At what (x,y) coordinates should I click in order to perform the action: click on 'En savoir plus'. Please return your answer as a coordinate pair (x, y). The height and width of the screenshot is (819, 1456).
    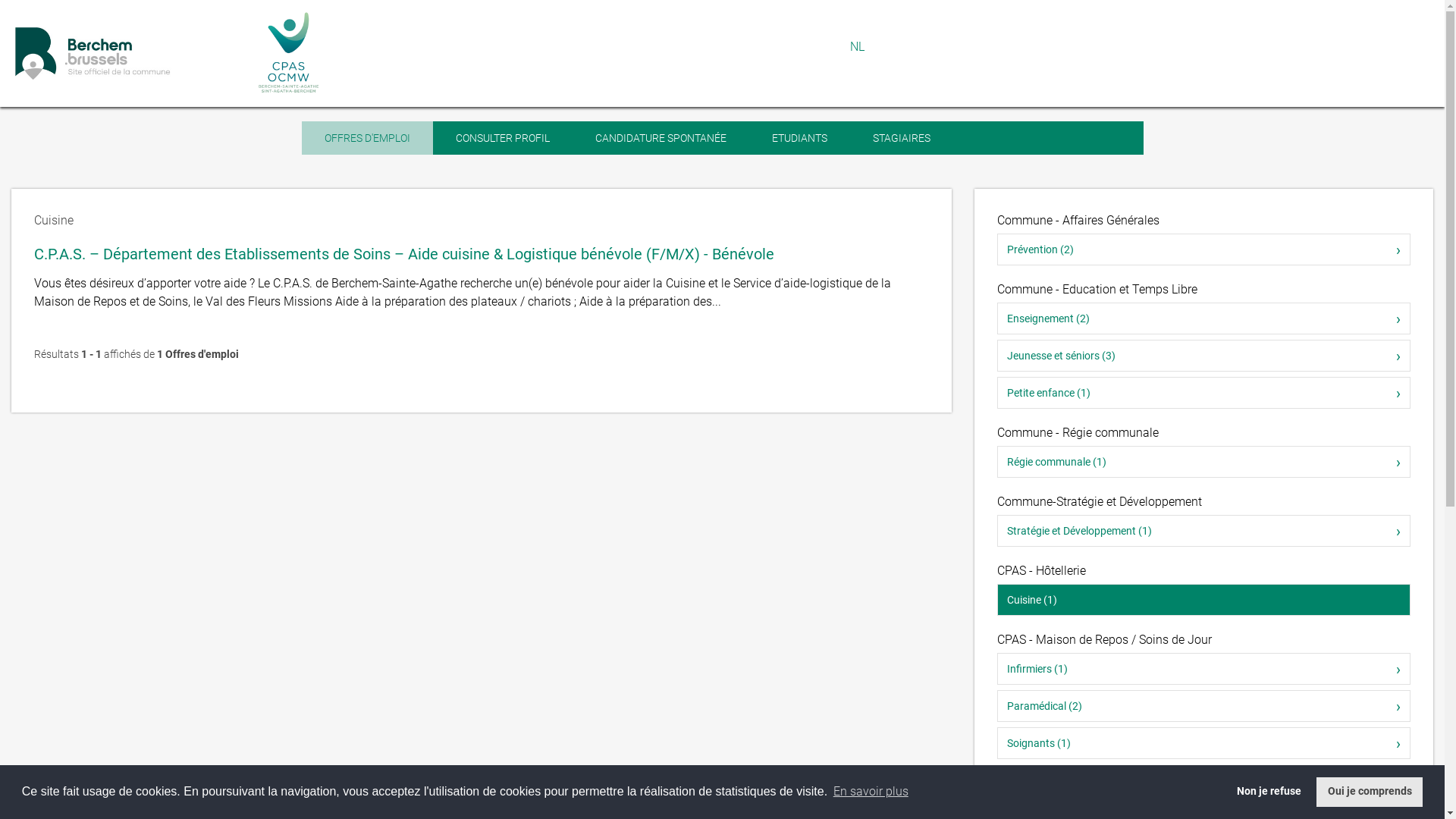
    Looking at the image, I should click on (871, 791).